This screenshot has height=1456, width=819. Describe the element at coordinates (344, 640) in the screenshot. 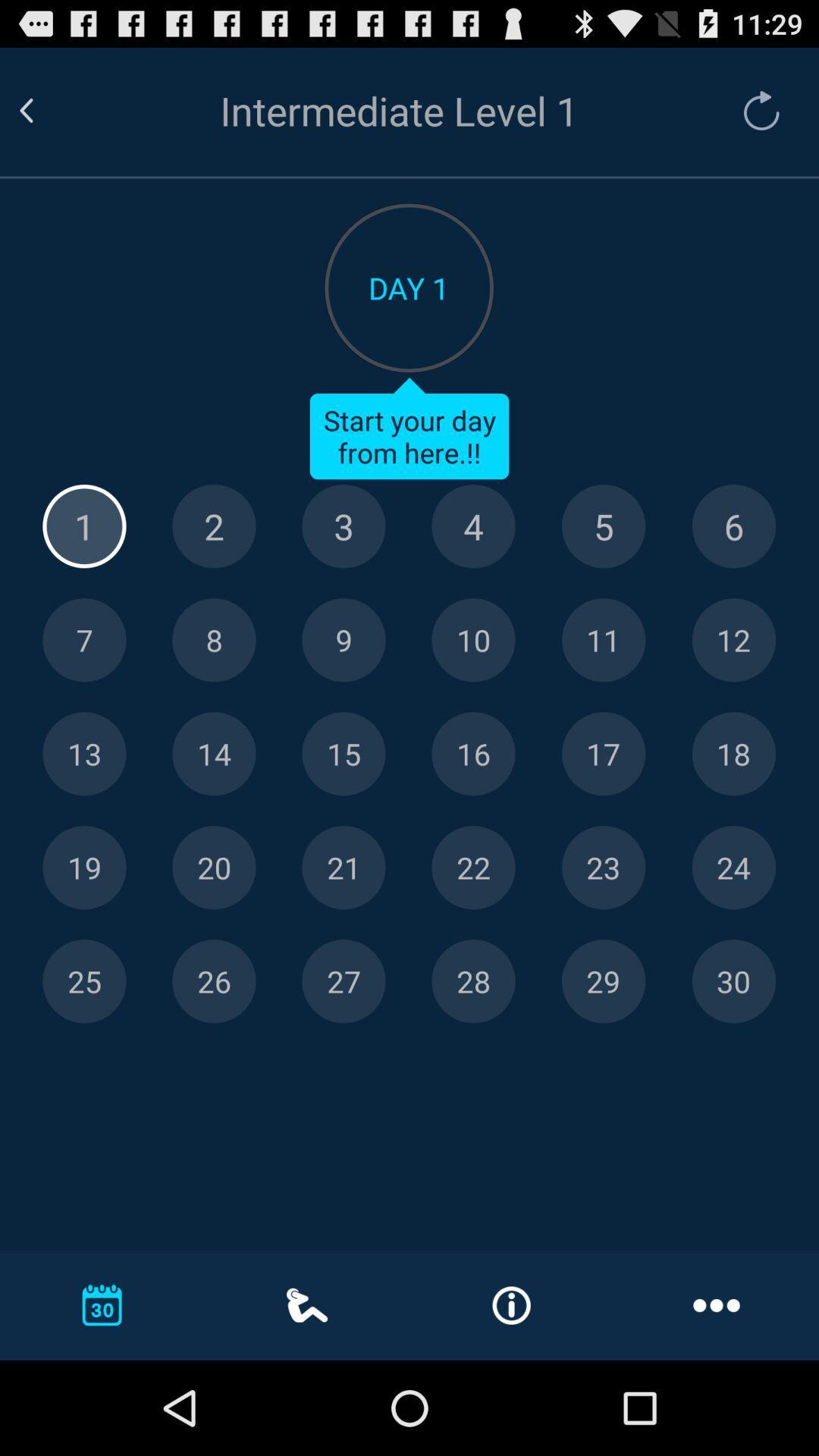

I see `the number` at that location.